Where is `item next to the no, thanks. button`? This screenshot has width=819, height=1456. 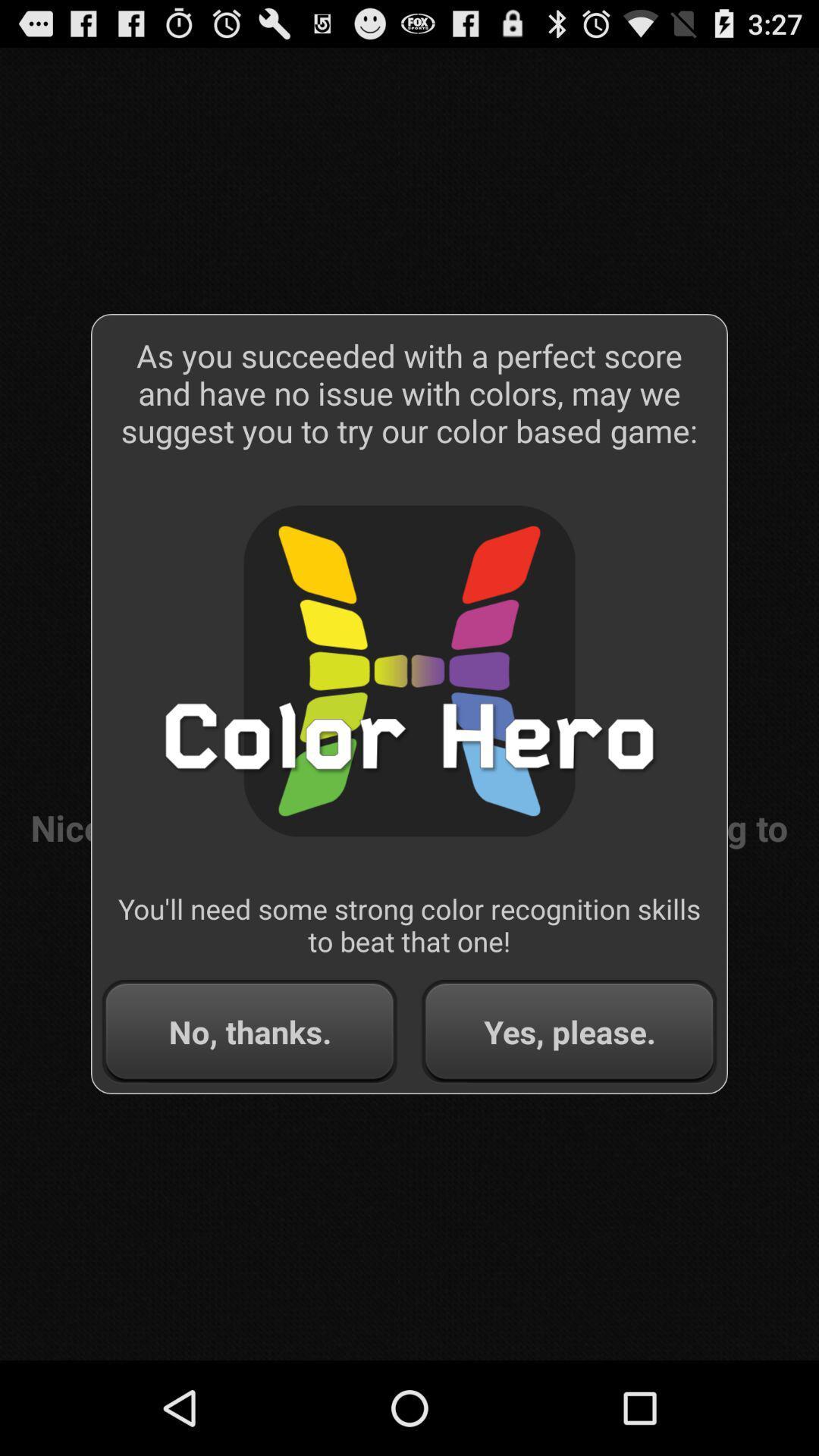
item next to the no, thanks. button is located at coordinates (569, 1031).